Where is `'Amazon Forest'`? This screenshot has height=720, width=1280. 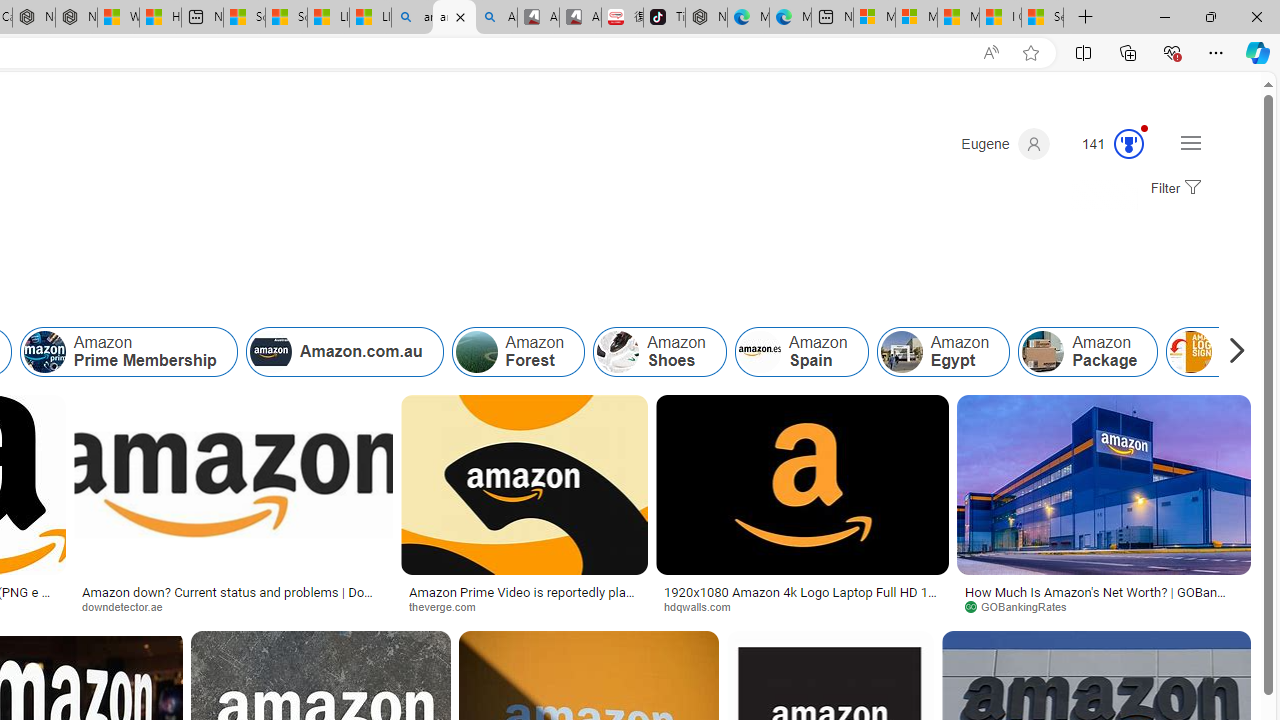
'Amazon Forest' is located at coordinates (475, 351).